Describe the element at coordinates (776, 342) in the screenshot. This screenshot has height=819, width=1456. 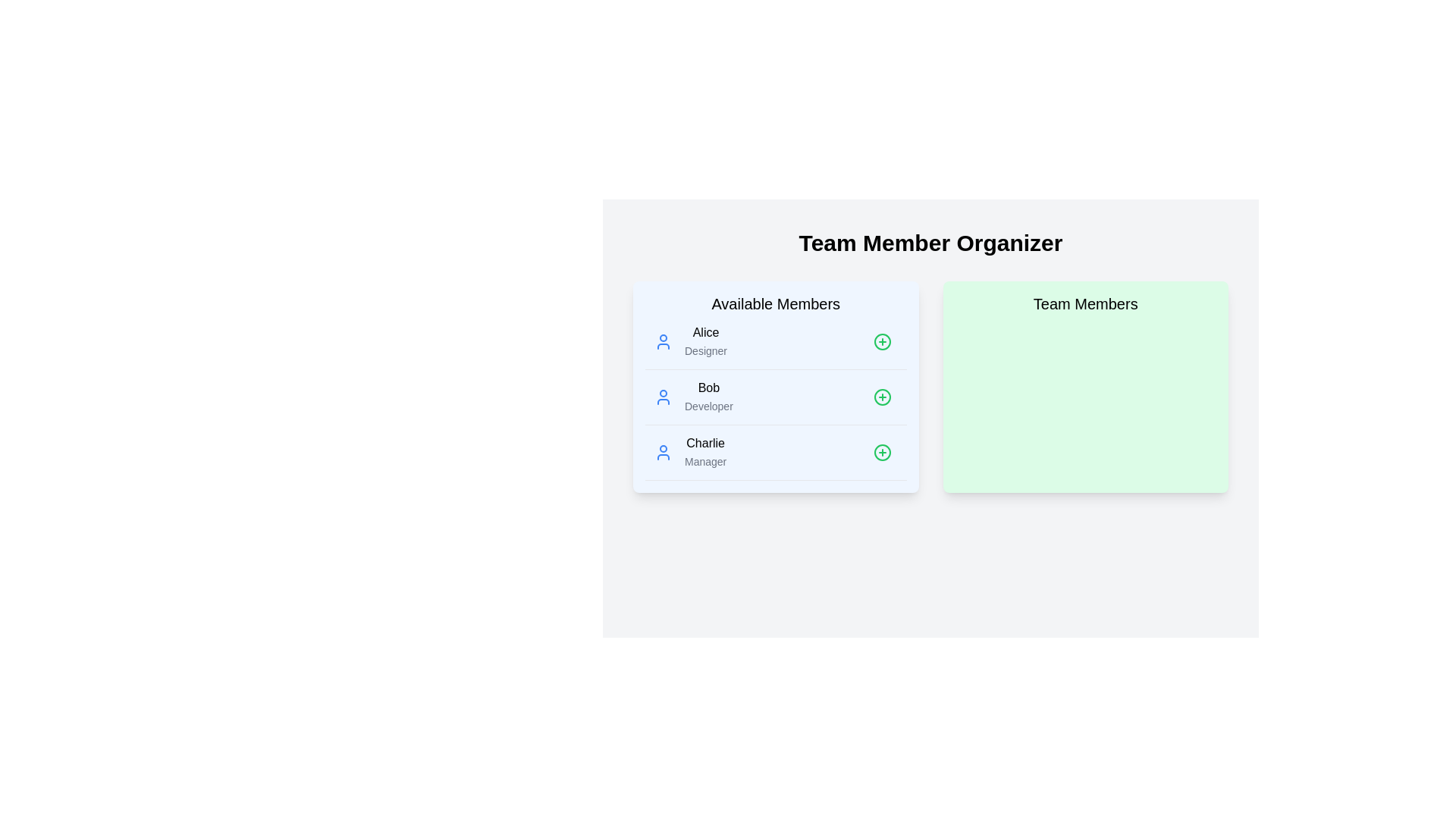
I see `user's name and role from the Information card located at the top of the 'Available Members' list, which displays the user's name and role, and includes a green circular button to add the user to a team` at that location.